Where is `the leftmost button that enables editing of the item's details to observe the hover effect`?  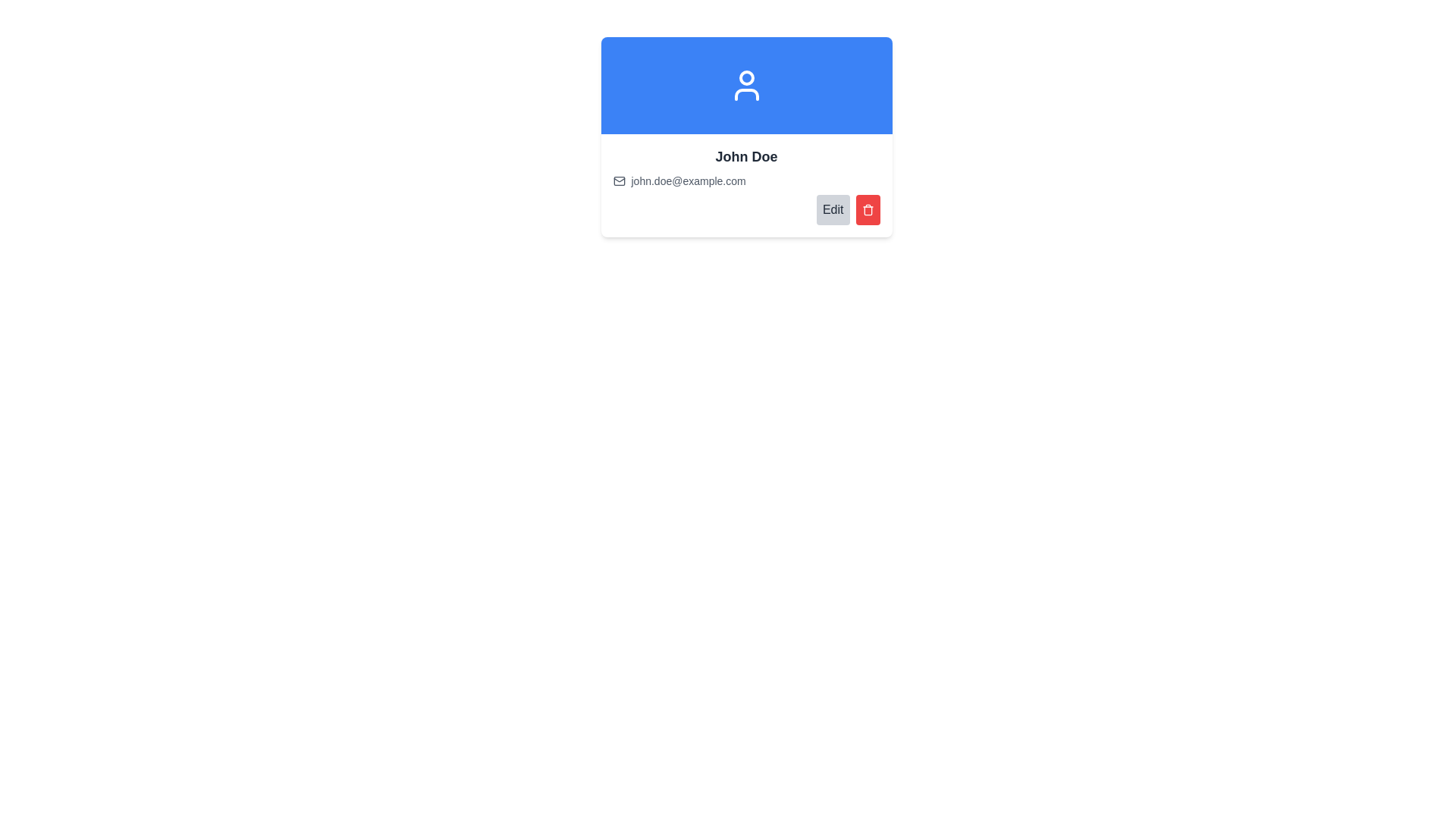 the leftmost button that enables editing of the item's details to observe the hover effect is located at coordinates (832, 210).